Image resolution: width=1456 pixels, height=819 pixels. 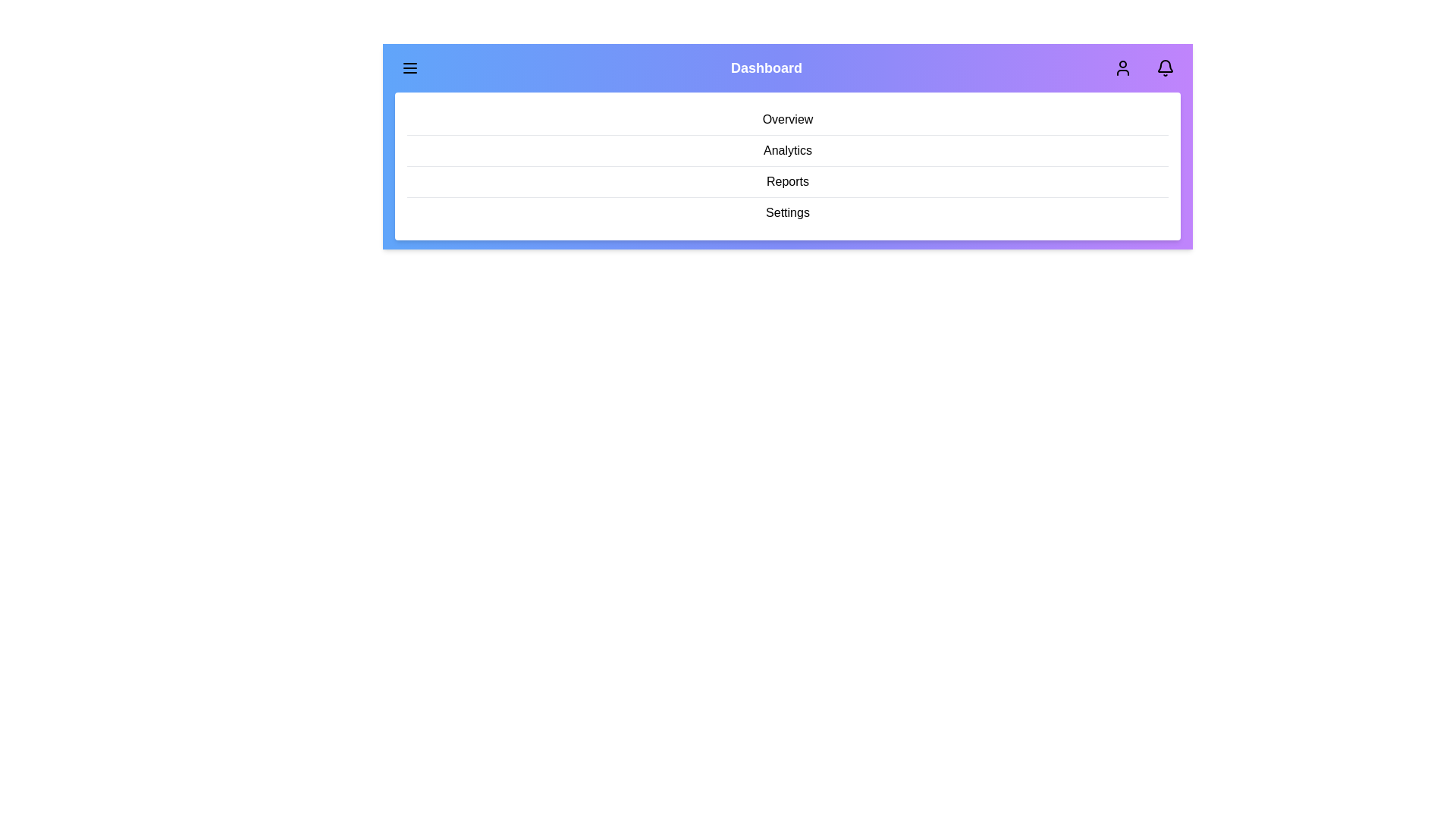 I want to click on the 'Bell' icon in the HighlightAppBar component, so click(x=1164, y=67).